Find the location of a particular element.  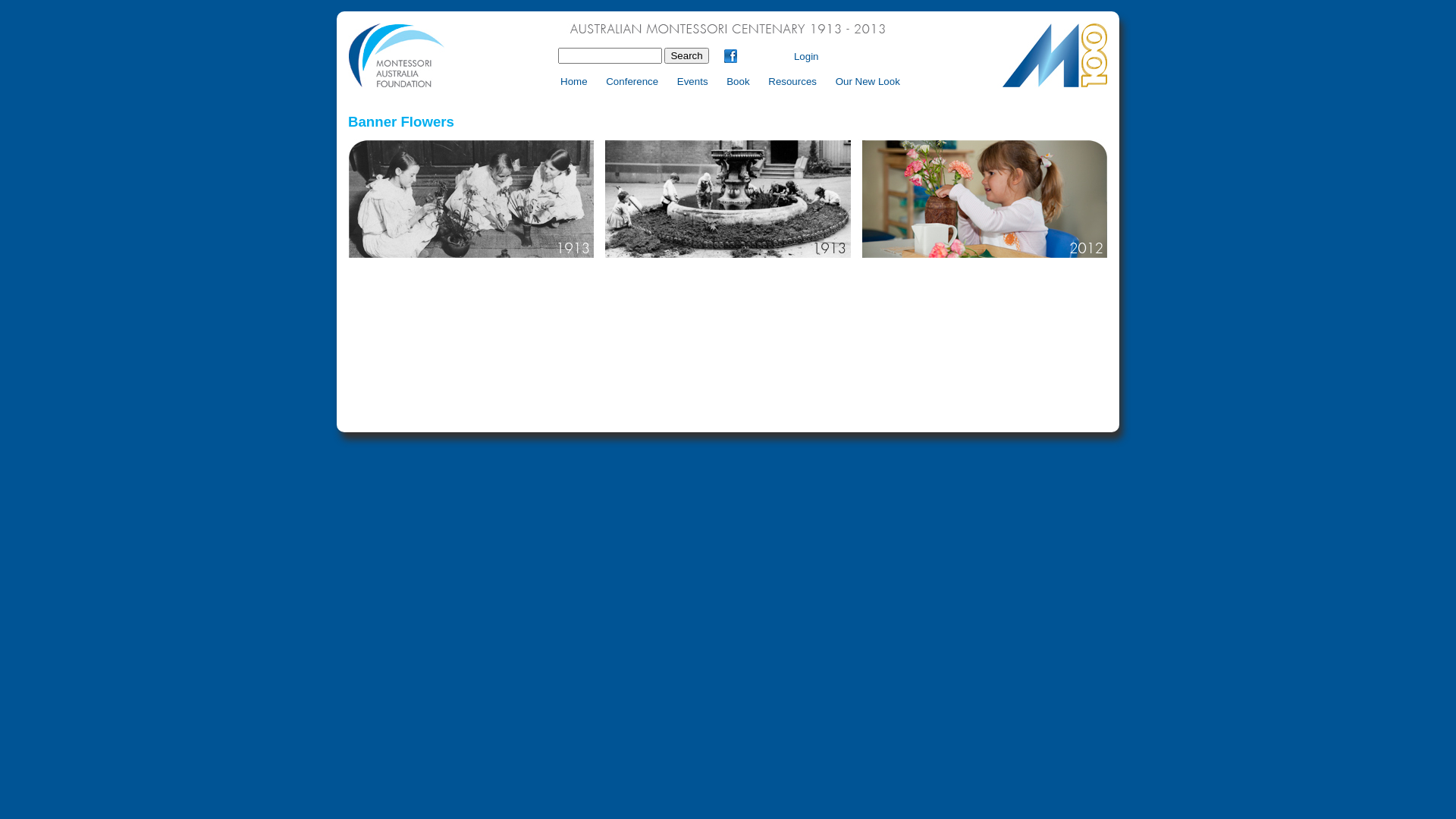

'Book' is located at coordinates (737, 81).